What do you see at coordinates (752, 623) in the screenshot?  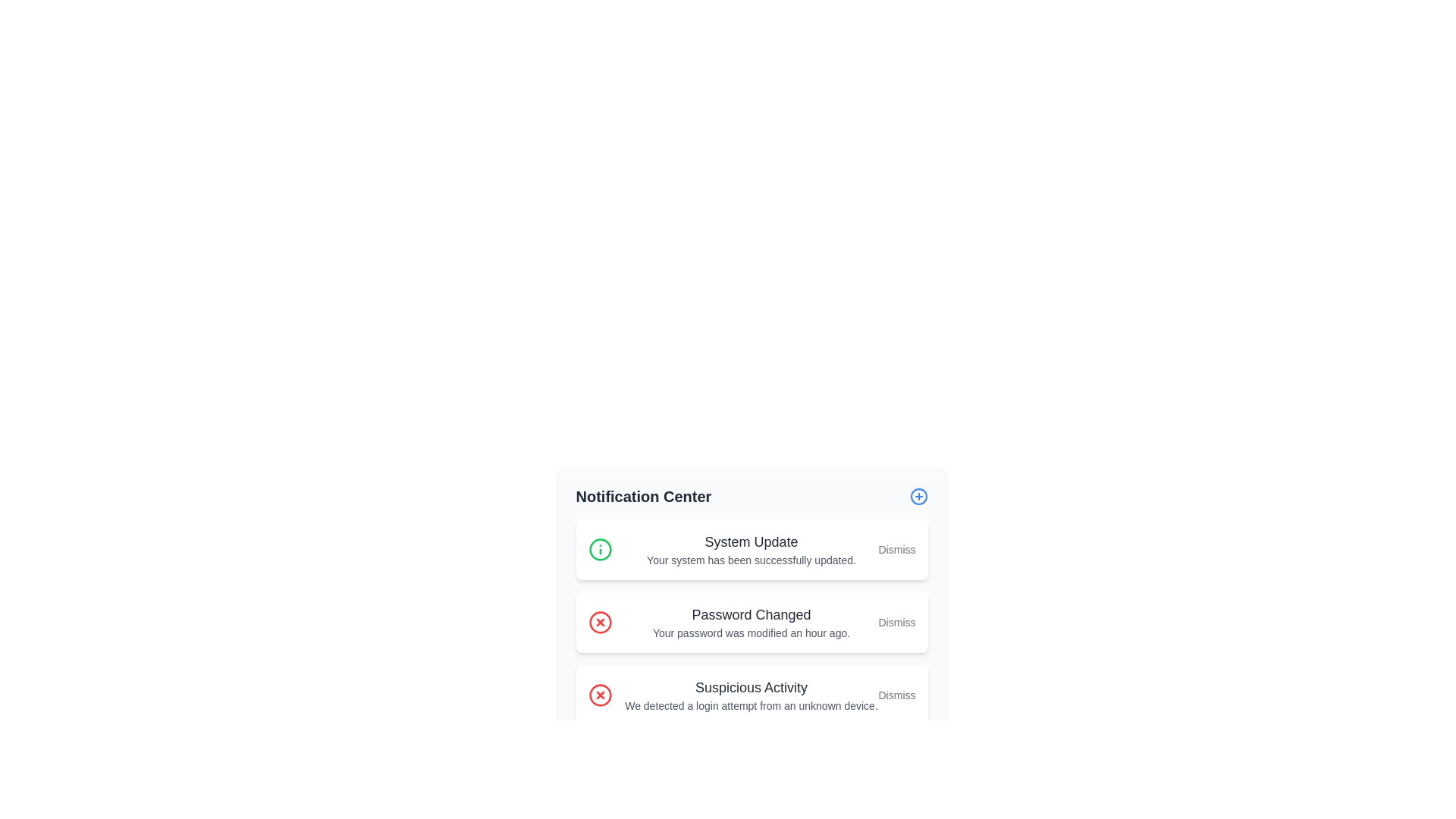 I see `the 'Password Changed' notification card, which is the second notification in the list, featuring a title and a dismiss link` at bounding box center [752, 623].